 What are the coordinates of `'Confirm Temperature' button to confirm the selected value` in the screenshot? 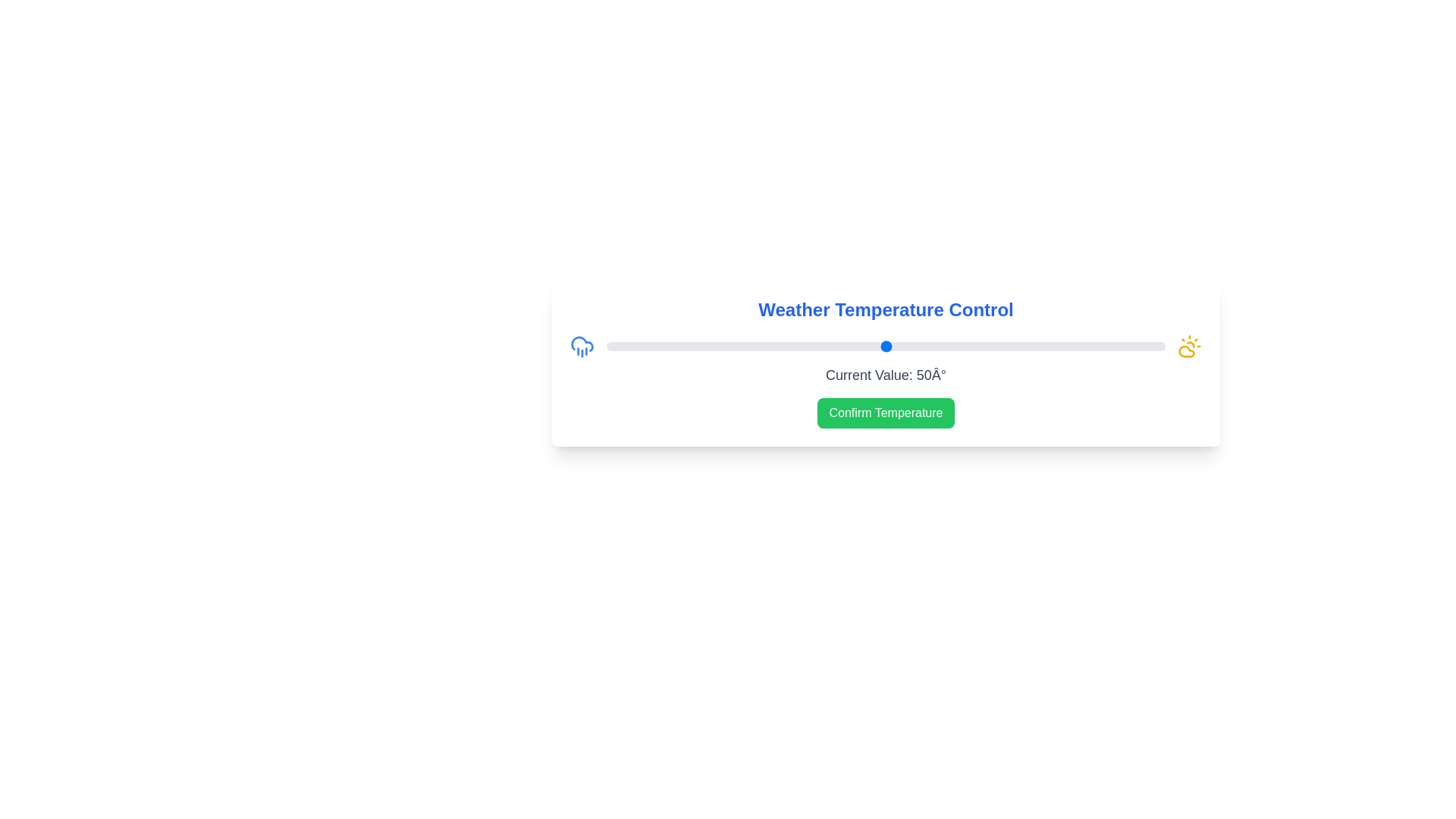 It's located at (886, 413).